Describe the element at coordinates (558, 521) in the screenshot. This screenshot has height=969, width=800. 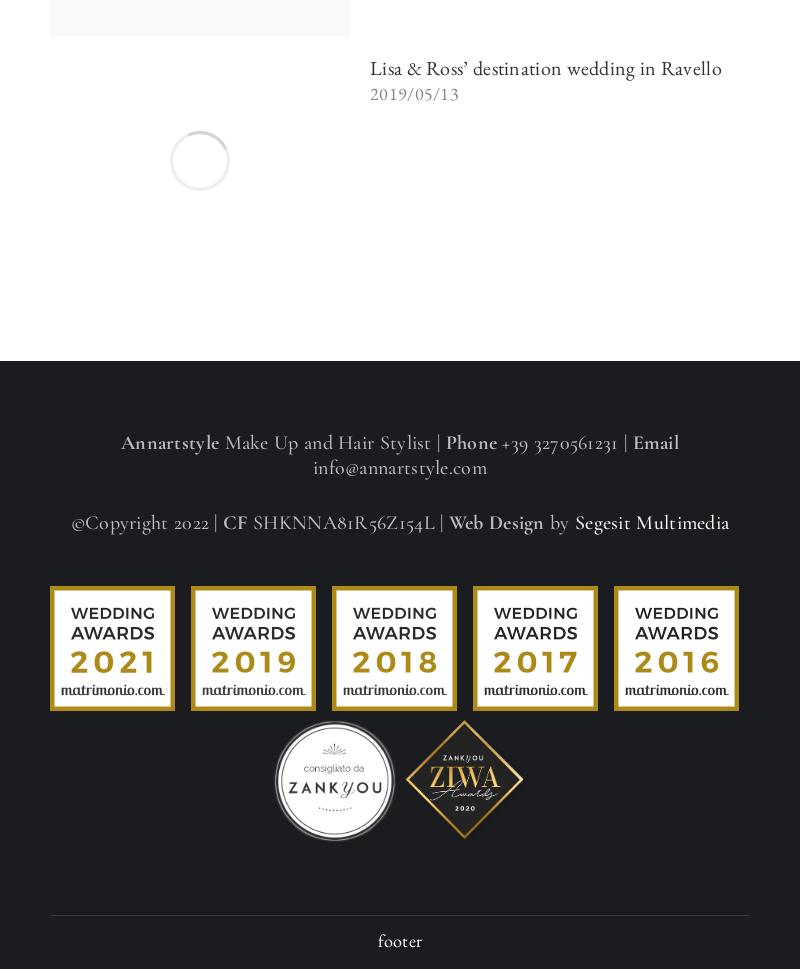
I see `'by'` at that location.